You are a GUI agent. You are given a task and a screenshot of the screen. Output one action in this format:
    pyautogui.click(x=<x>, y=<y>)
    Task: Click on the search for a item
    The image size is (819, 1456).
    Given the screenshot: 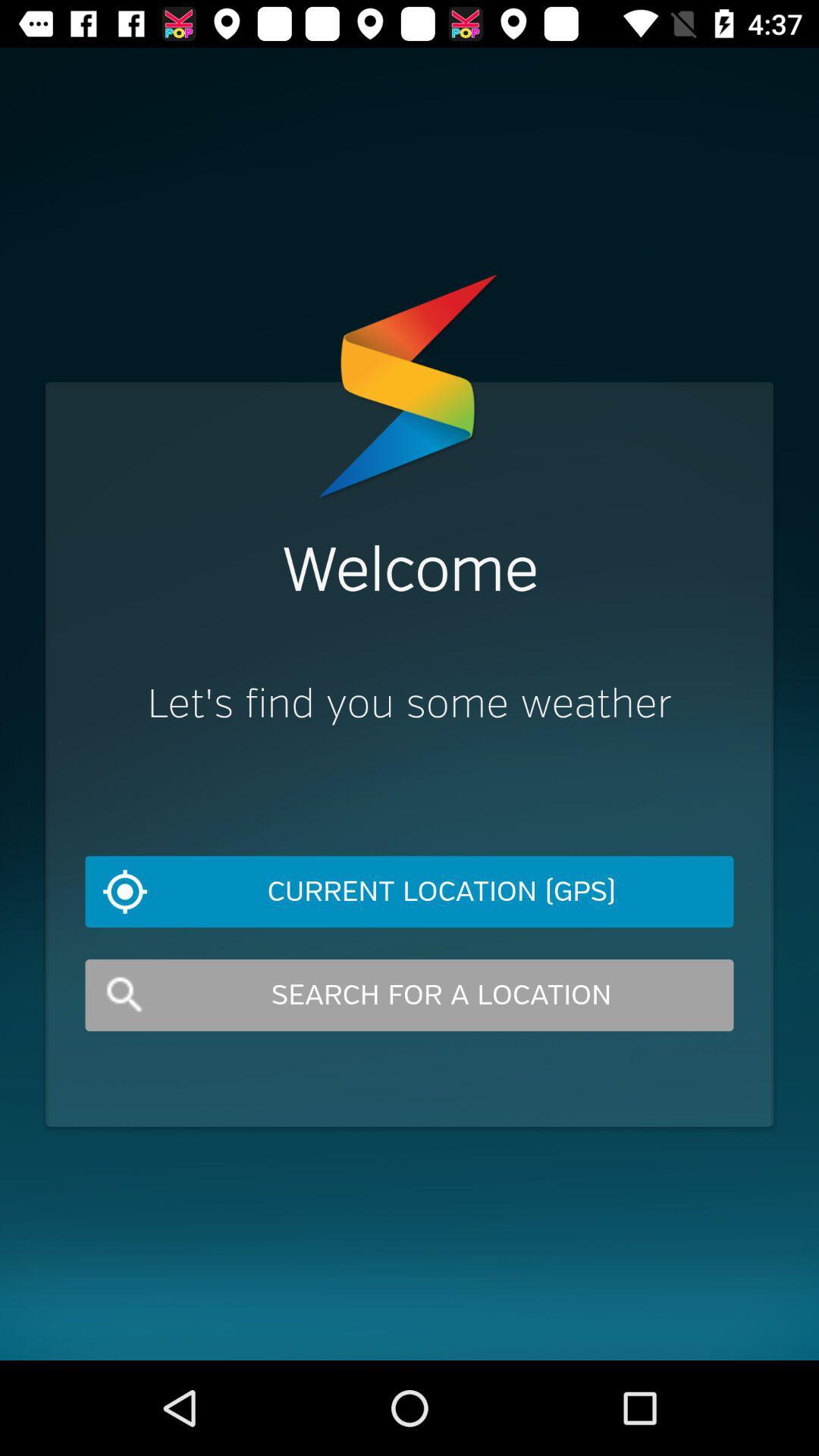 What is the action you would take?
    pyautogui.click(x=409, y=995)
    